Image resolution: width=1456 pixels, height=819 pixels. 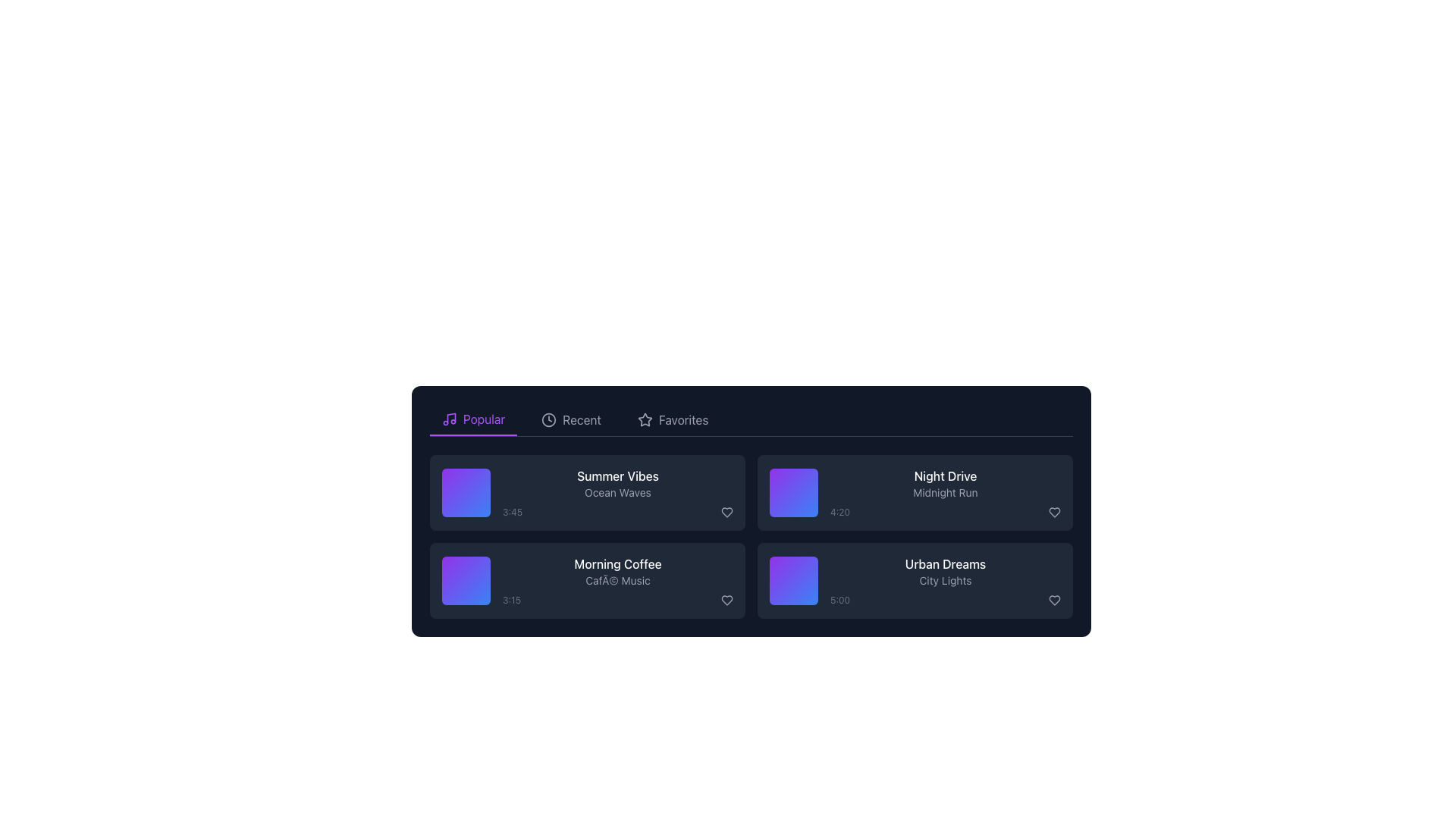 What do you see at coordinates (726, 599) in the screenshot?
I see `the heart-shaped icon in the bottom-right corner of the 'Morning Coffee' card` at bounding box center [726, 599].